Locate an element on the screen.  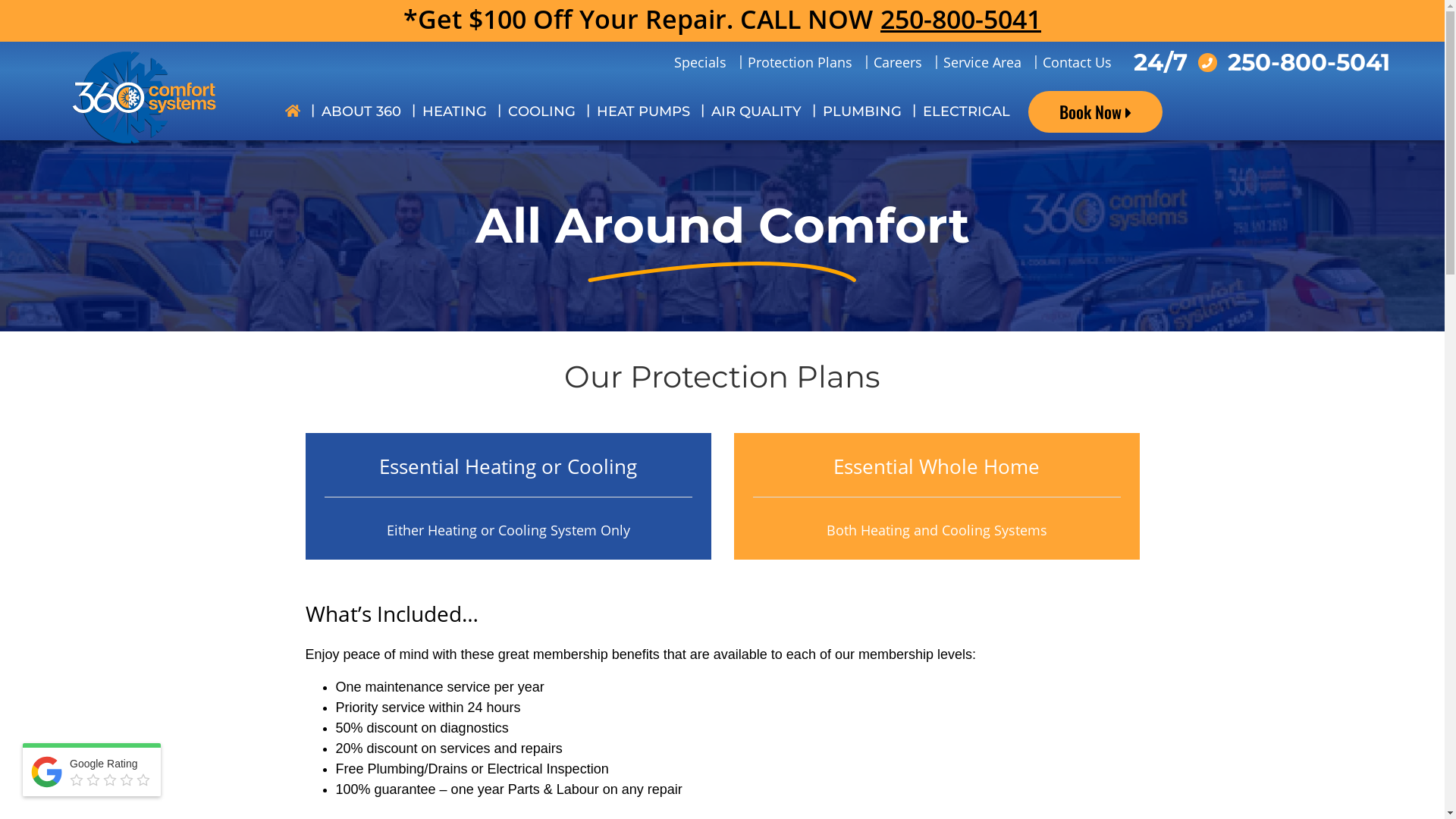
'HEAT PUMPS' is located at coordinates (643, 111).